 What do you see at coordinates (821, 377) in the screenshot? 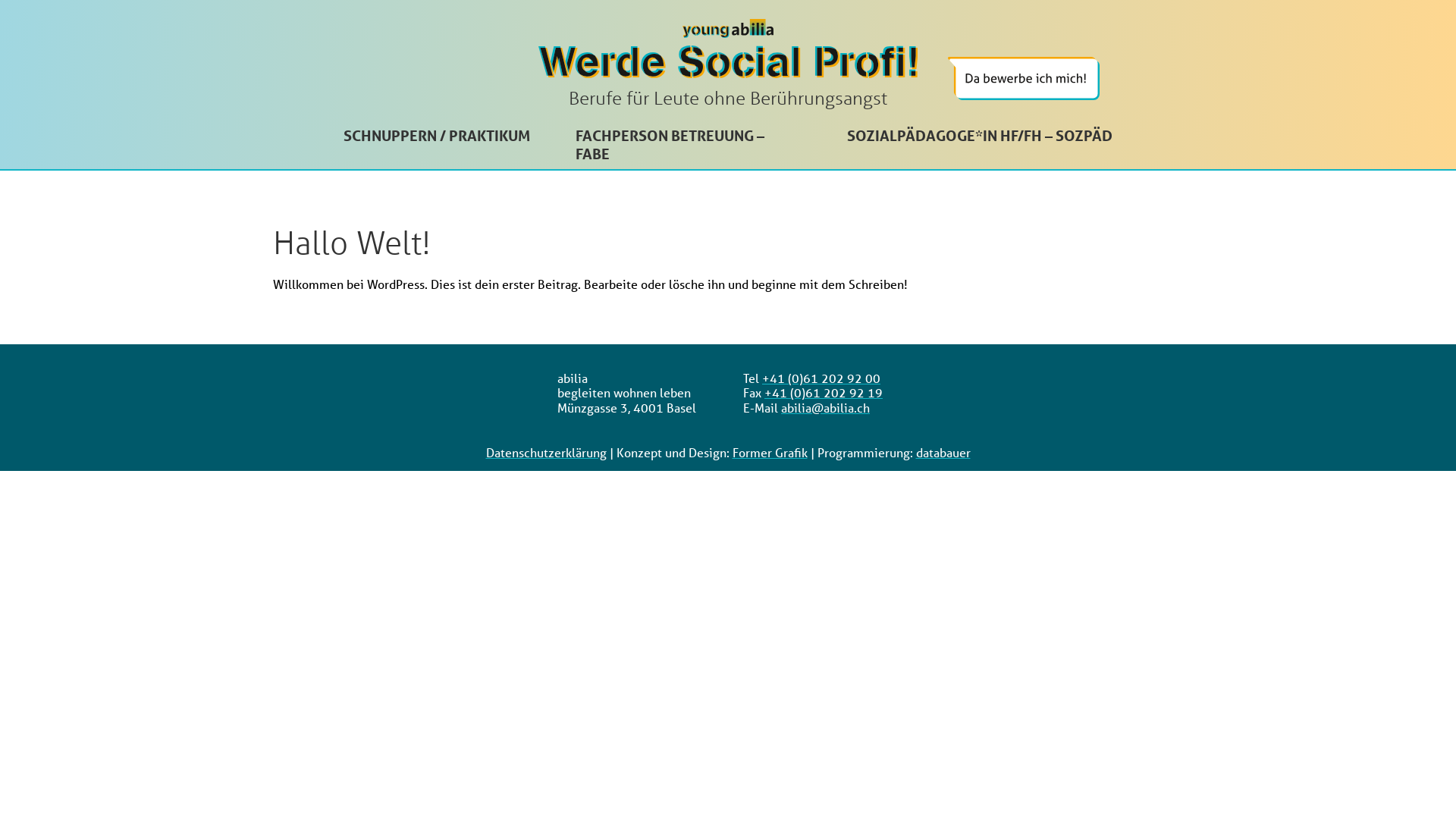
I see `'+41 (0)61 202 92 00'` at bounding box center [821, 377].